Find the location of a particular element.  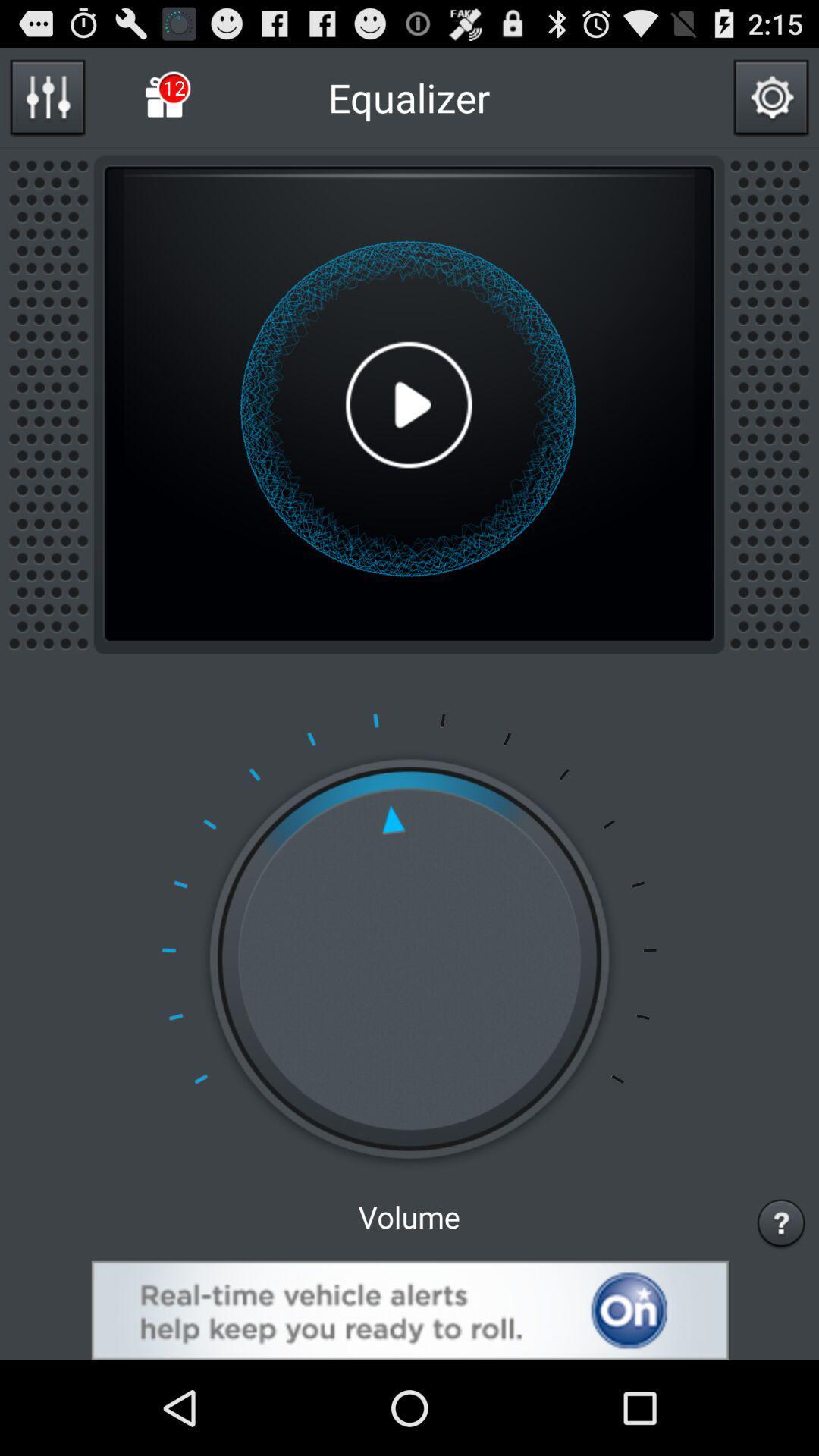

play option is located at coordinates (408, 404).